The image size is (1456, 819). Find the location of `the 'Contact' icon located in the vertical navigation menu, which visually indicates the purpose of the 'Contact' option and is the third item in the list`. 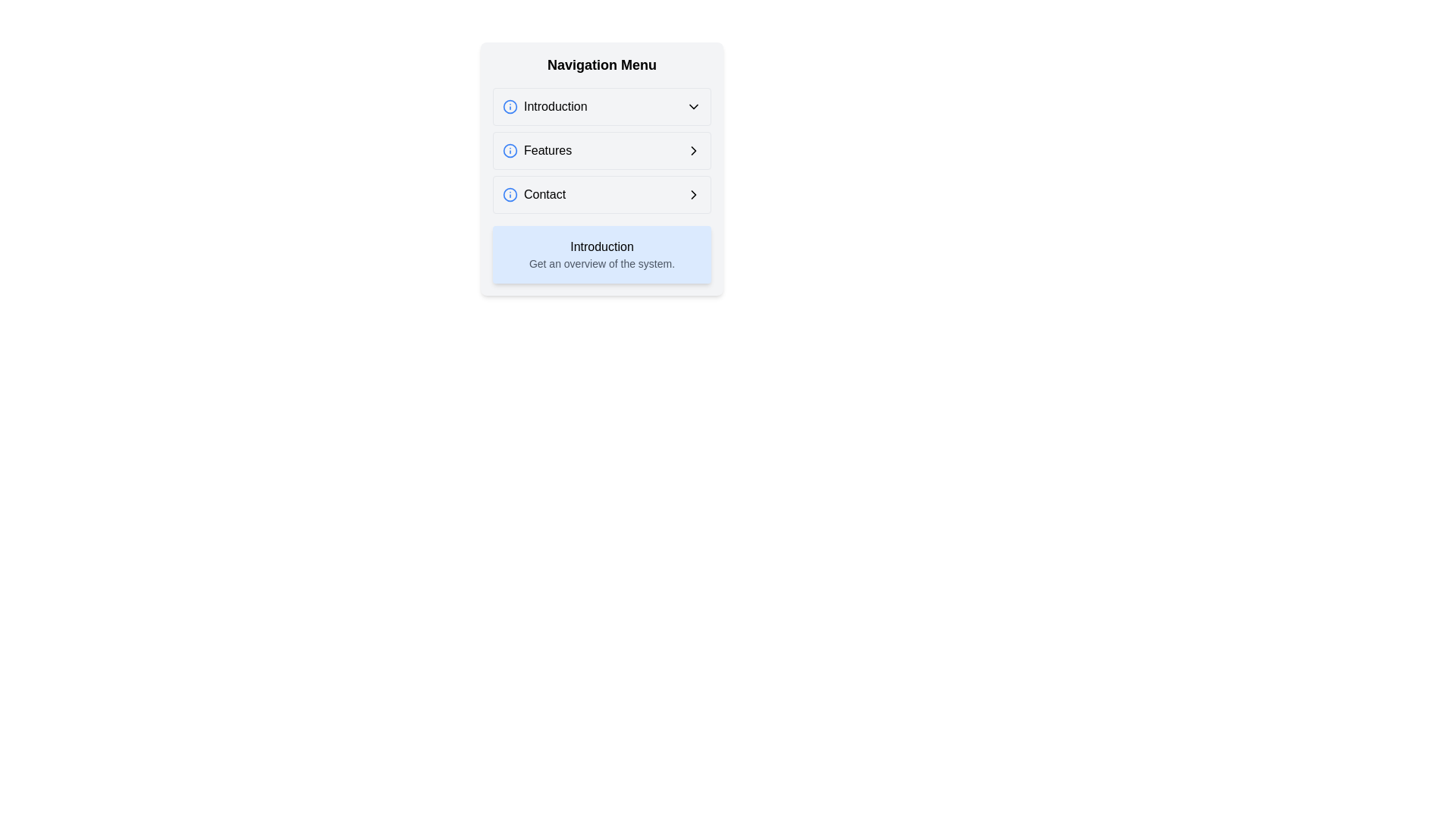

the 'Contact' icon located in the vertical navigation menu, which visually indicates the purpose of the 'Contact' option and is the third item in the list is located at coordinates (510, 194).